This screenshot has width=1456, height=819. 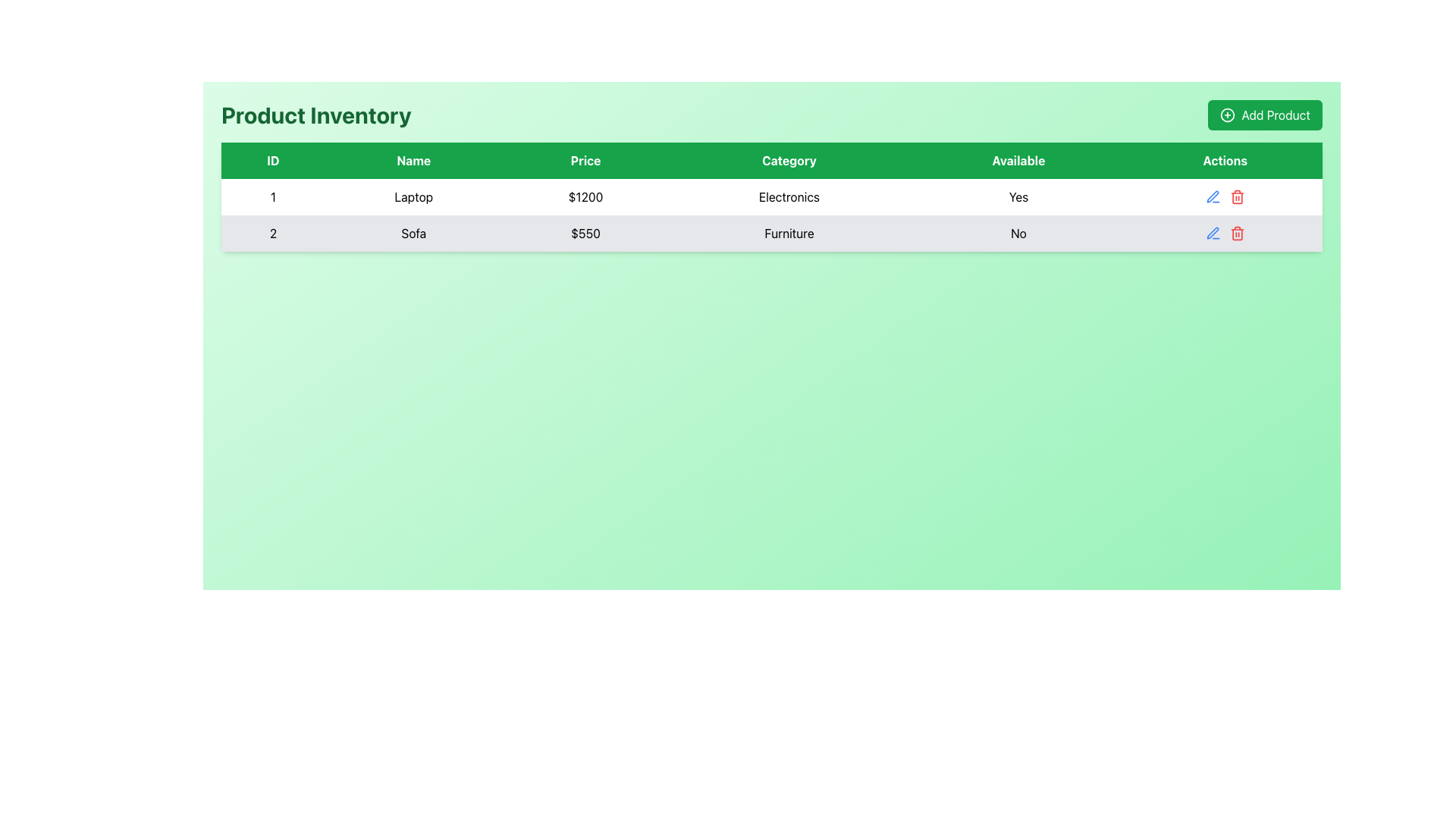 What do you see at coordinates (413, 234) in the screenshot?
I see `the Text Label displaying 'Sofa' which is located in the second column of the second row in the table, adjacent to '2' on the left and '$550' on the right` at bounding box center [413, 234].